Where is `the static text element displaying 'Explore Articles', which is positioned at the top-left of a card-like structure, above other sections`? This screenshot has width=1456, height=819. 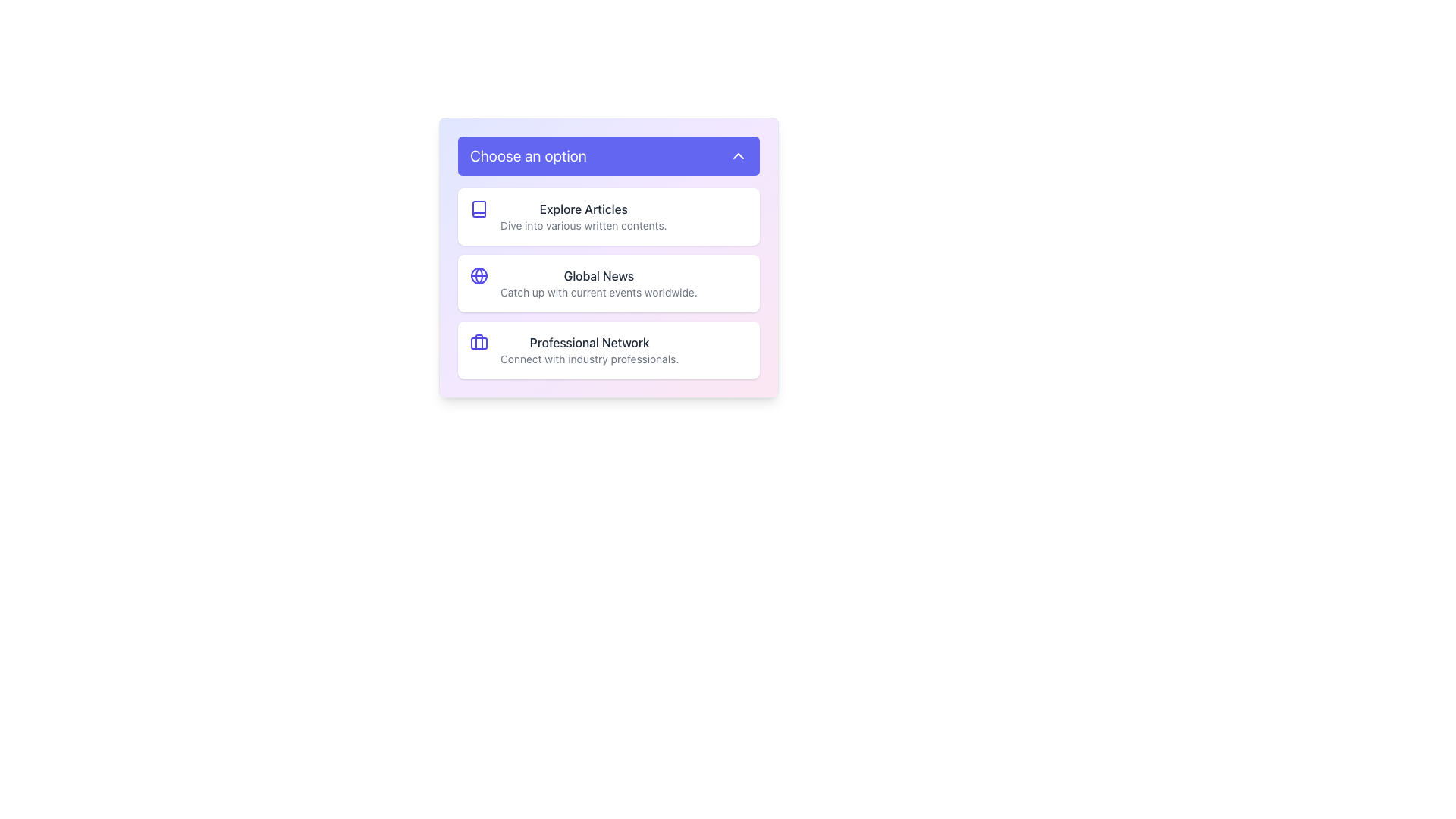
the static text element displaying 'Explore Articles', which is positioned at the top-left of a card-like structure, above other sections is located at coordinates (582, 209).